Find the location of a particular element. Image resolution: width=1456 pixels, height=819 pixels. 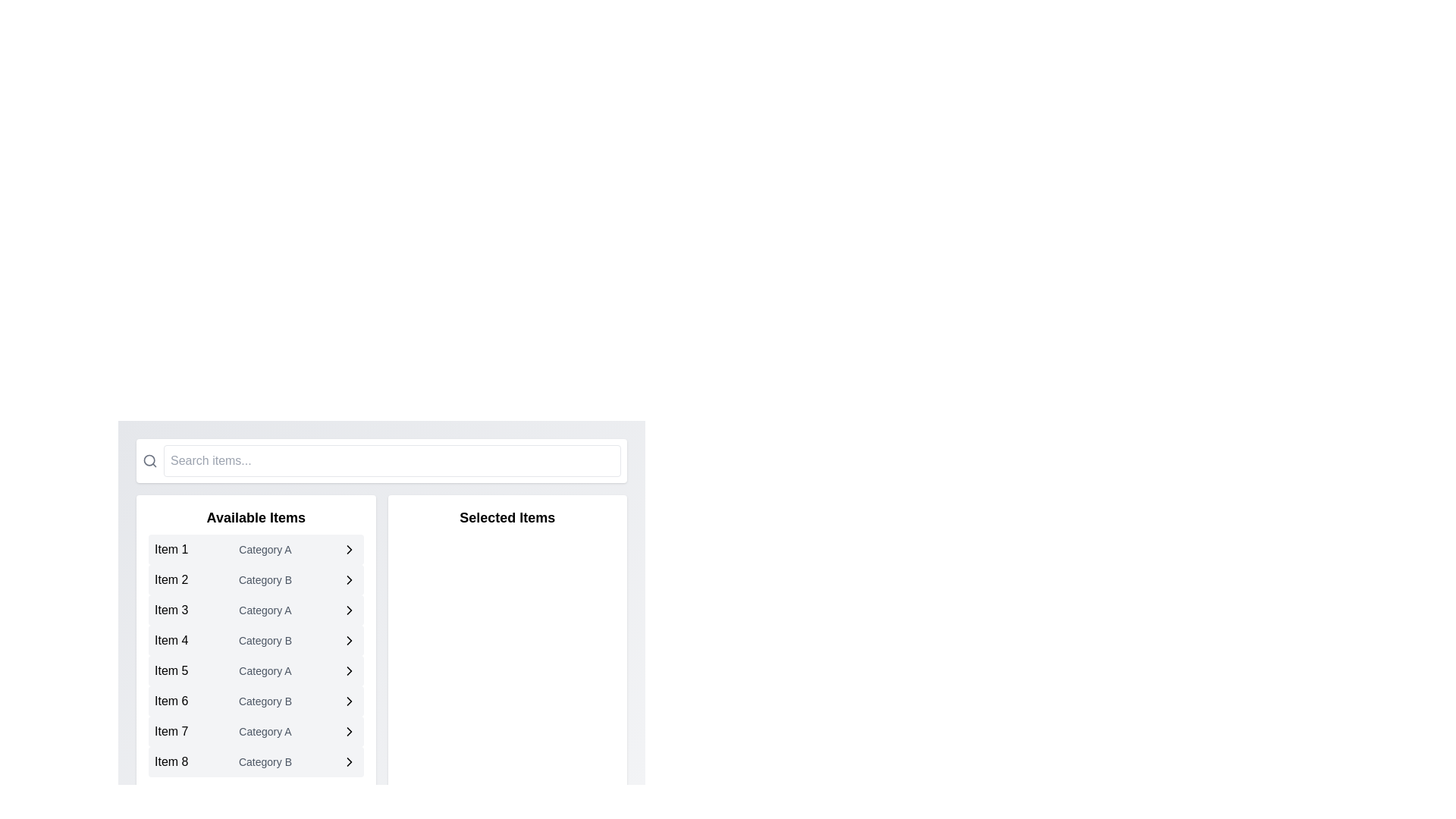

the list item labeled 'Item 6' in the 'Available Items' section is located at coordinates (256, 701).